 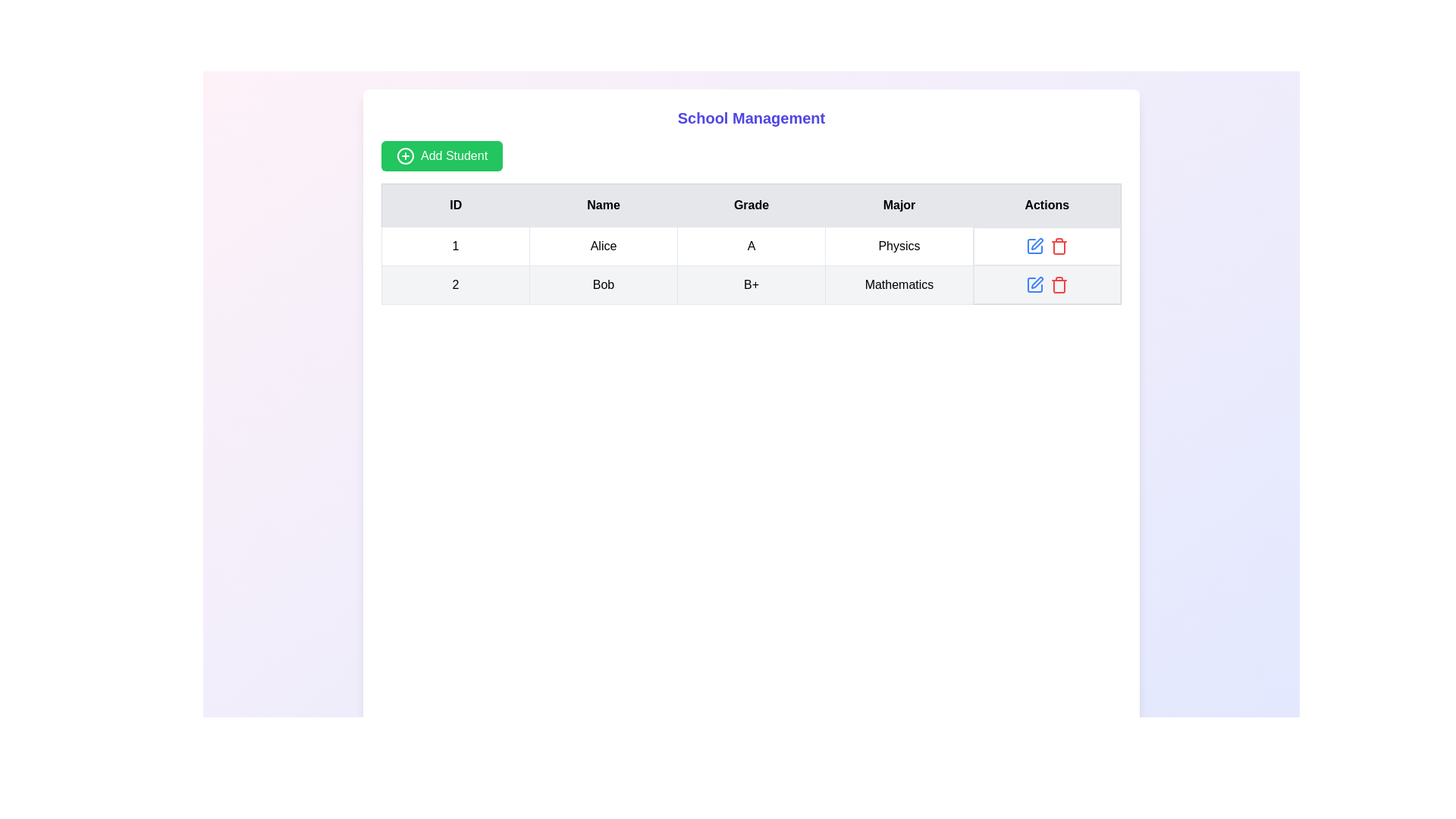 What do you see at coordinates (1034, 245) in the screenshot?
I see `the editable SVG vector graphic button featuring a square outline and pen icon located in the first row of the 'Actions' column` at bounding box center [1034, 245].